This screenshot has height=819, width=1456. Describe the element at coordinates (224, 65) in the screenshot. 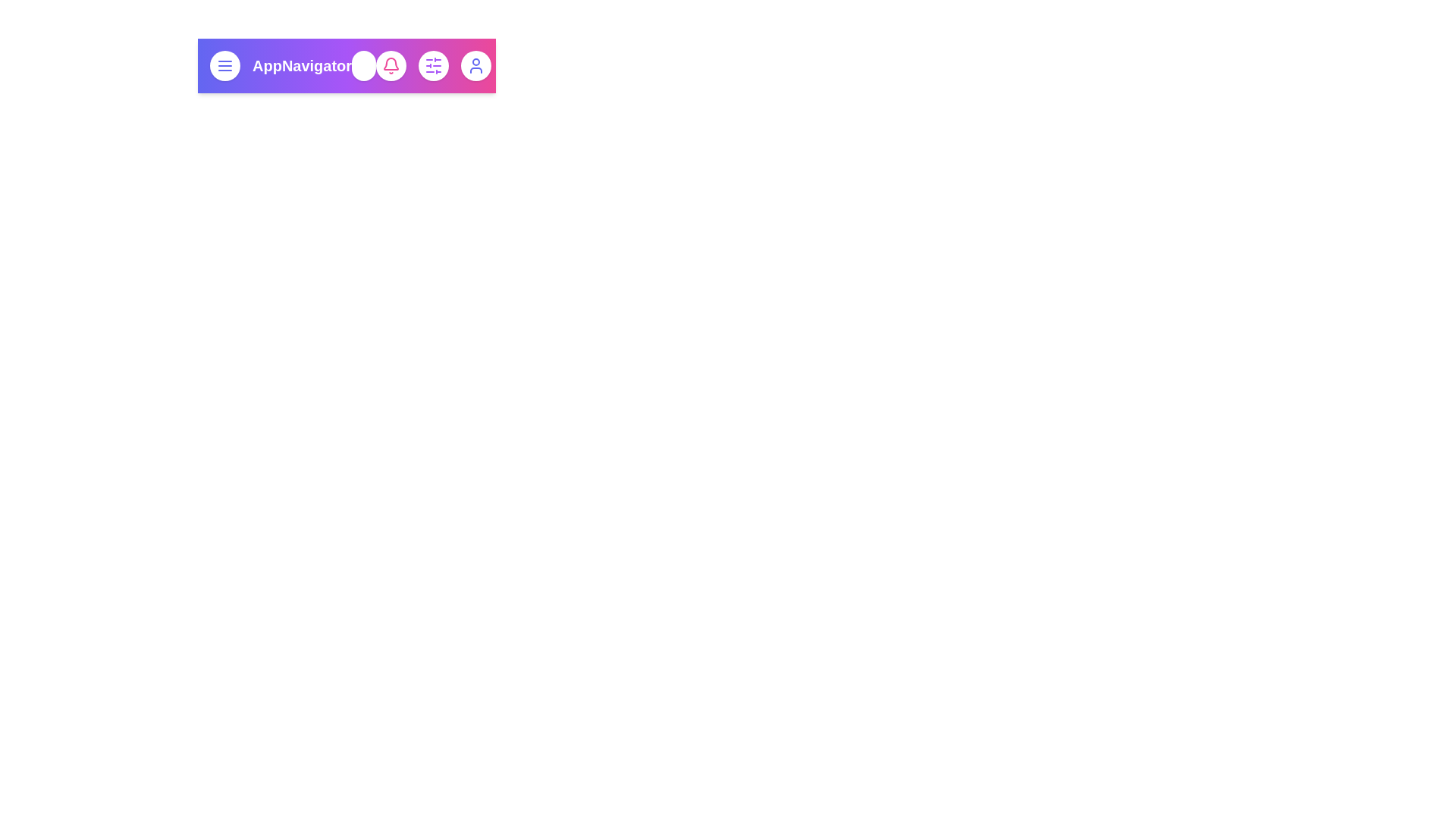

I see `menu button to open the navigation` at that location.